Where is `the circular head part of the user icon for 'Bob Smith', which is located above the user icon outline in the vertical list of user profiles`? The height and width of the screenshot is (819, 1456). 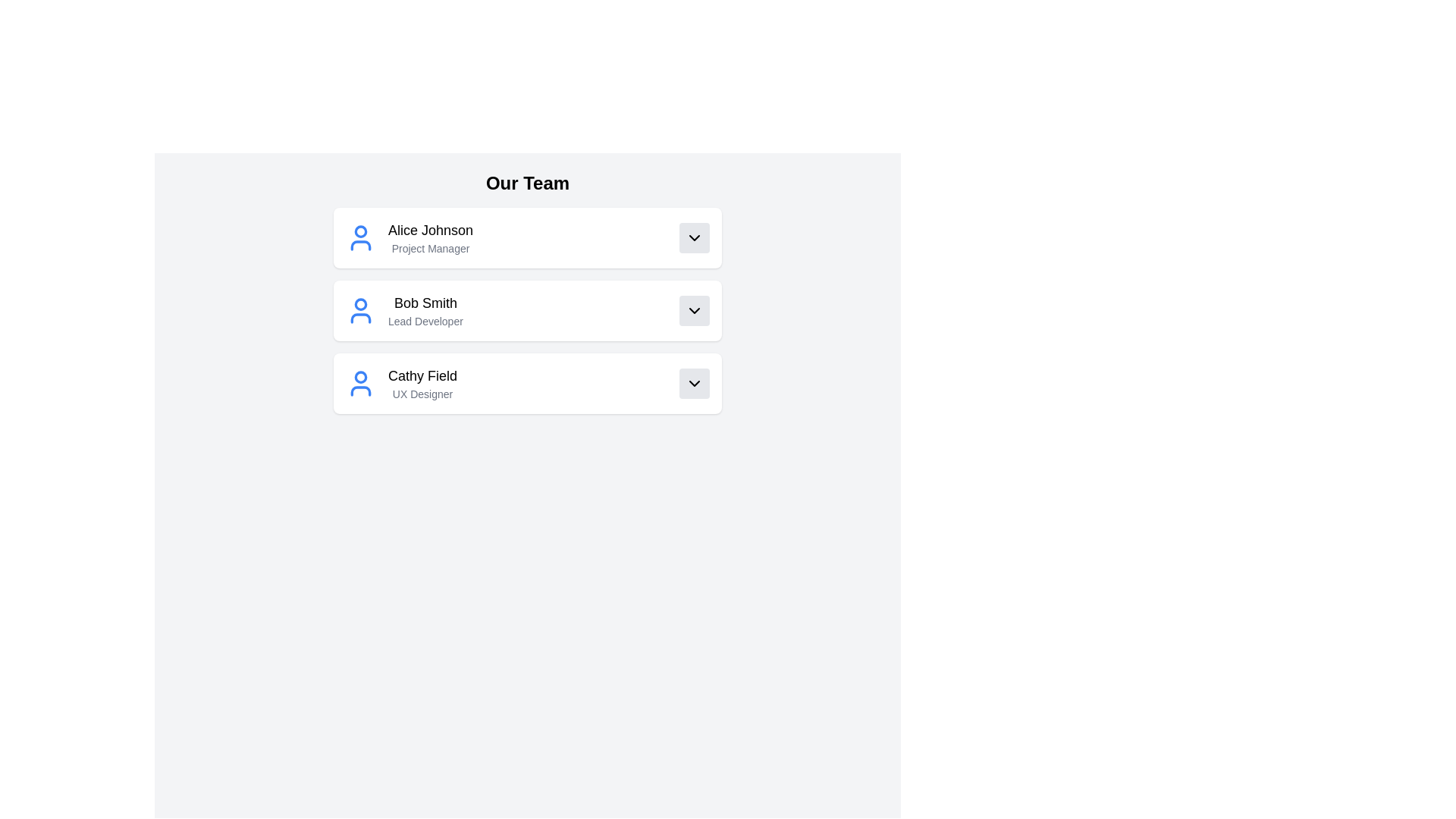
the circular head part of the user icon for 'Bob Smith', which is located above the user icon outline in the vertical list of user profiles is located at coordinates (359, 304).